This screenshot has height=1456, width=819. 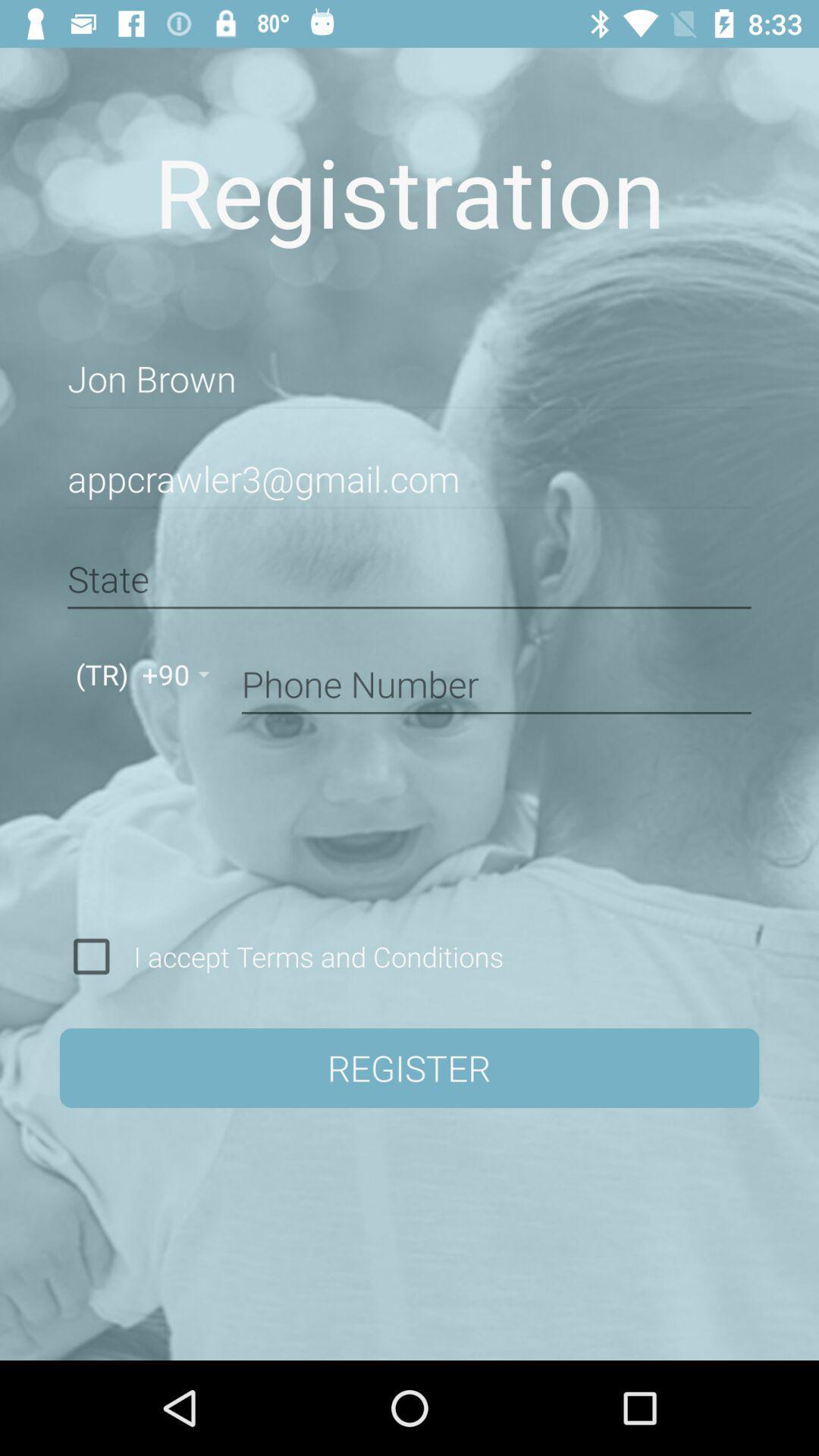 What do you see at coordinates (91, 955) in the screenshot?
I see `indicate you accept terms and conditions` at bounding box center [91, 955].